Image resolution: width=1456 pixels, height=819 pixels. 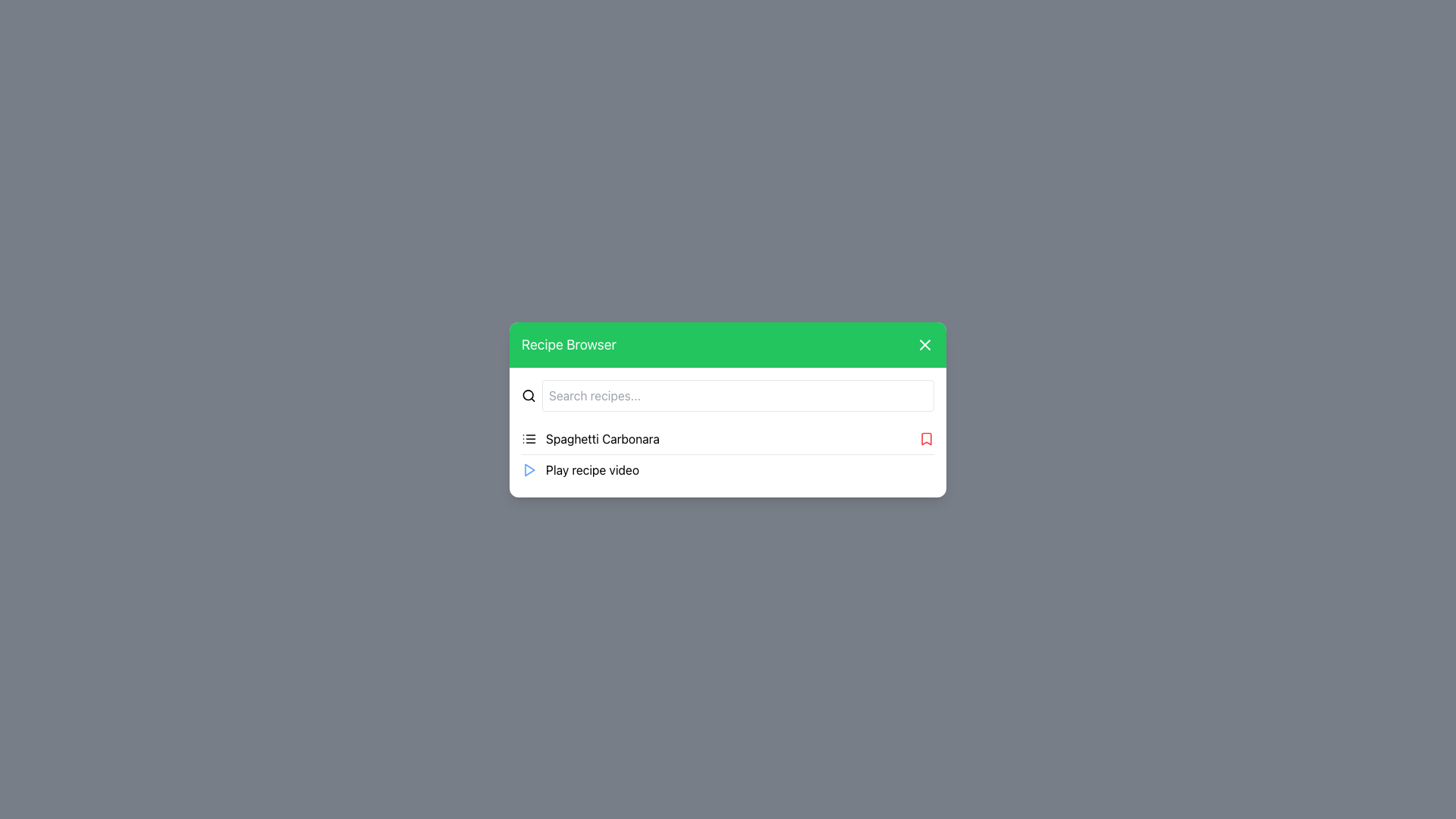 What do you see at coordinates (589, 438) in the screenshot?
I see `the 'Spaghetti Carbonara' text label` at bounding box center [589, 438].